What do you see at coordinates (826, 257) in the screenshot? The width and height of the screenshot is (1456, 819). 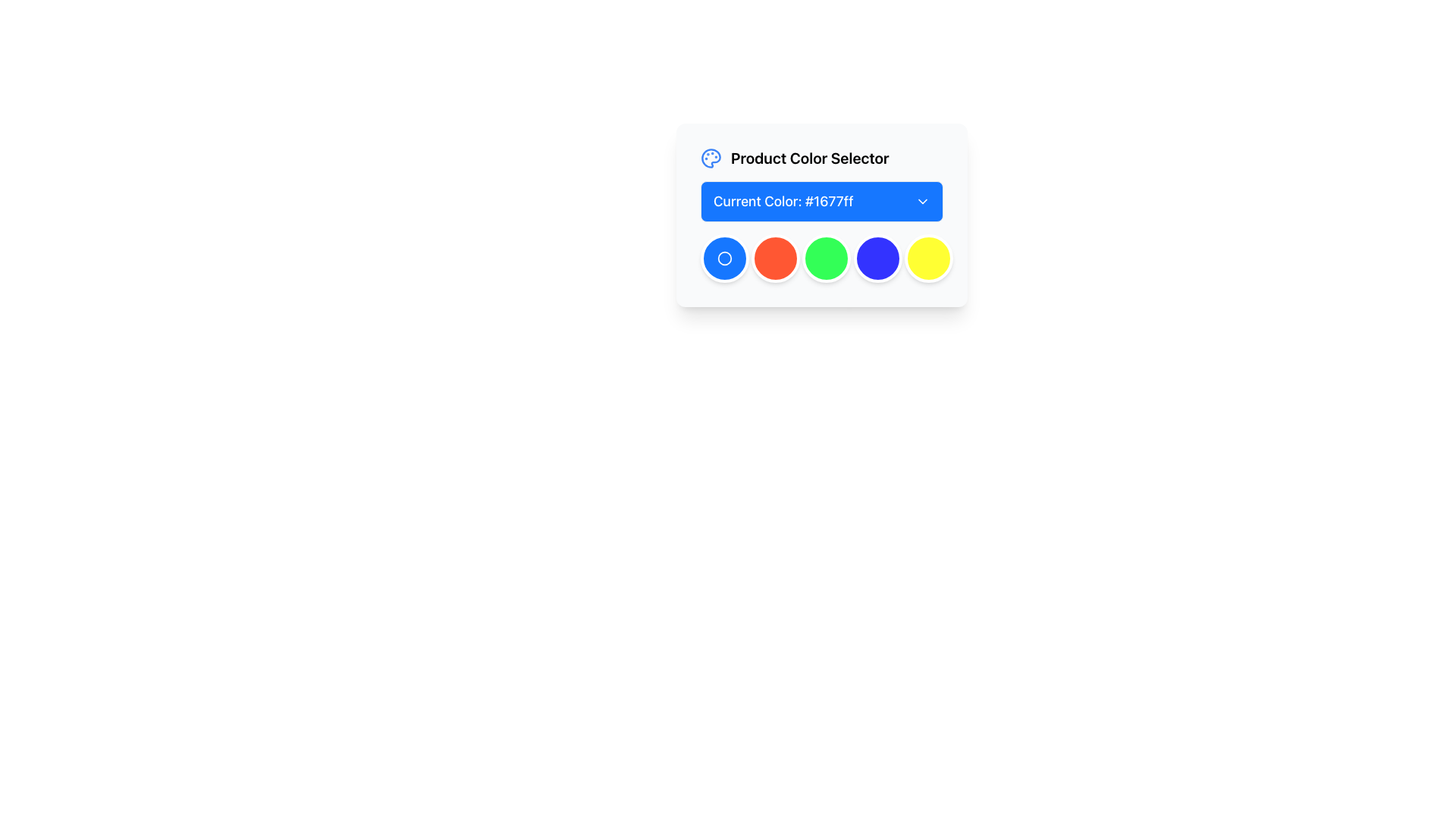 I see `the bright green circular button with a white border, which is the fourth button in a horizontal row of five` at bounding box center [826, 257].